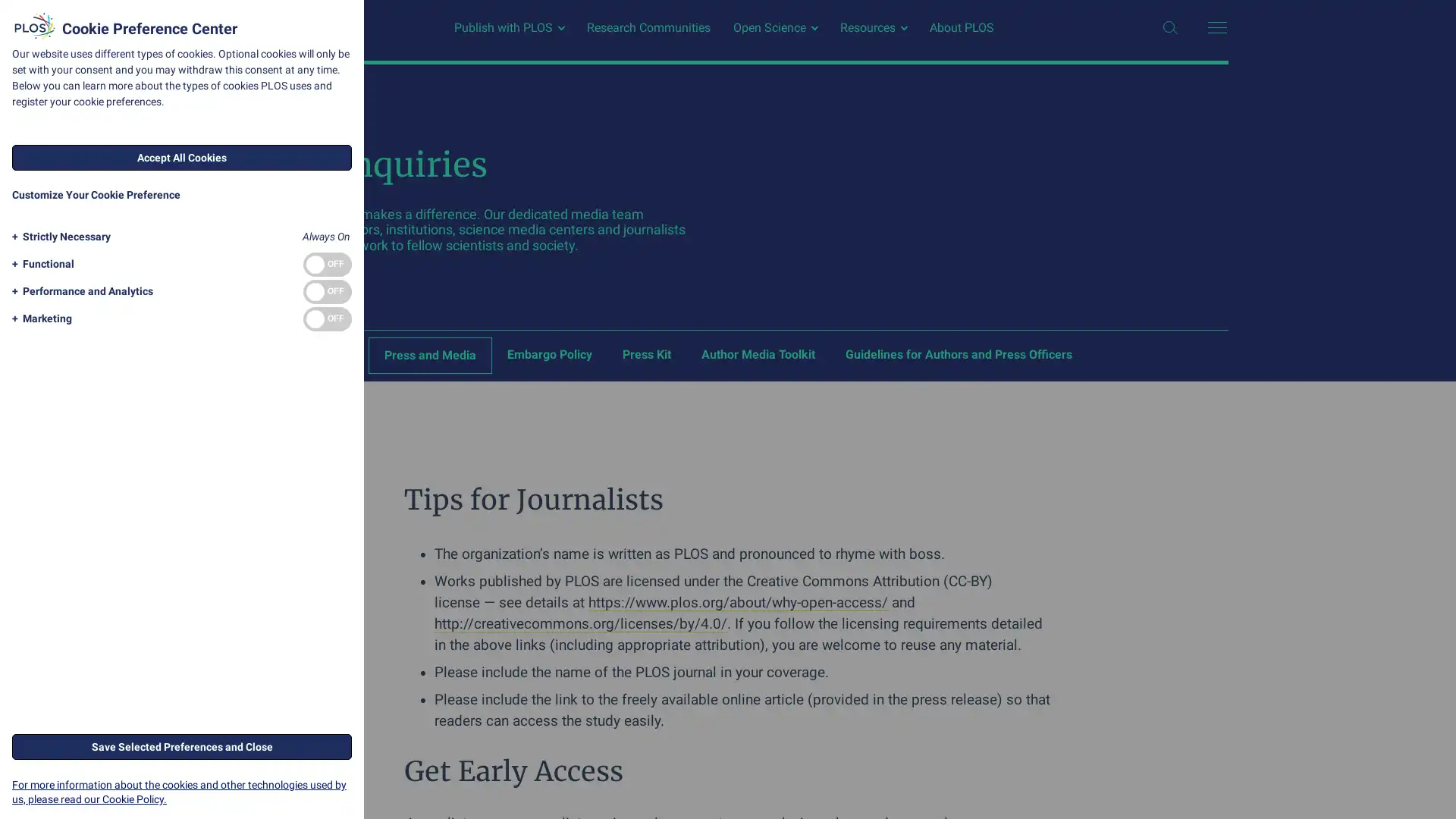  What do you see at coordinates (182, 745) in the screenshot?
I see `Save Selected Preferences and Close` at bounding box center [182, 745].